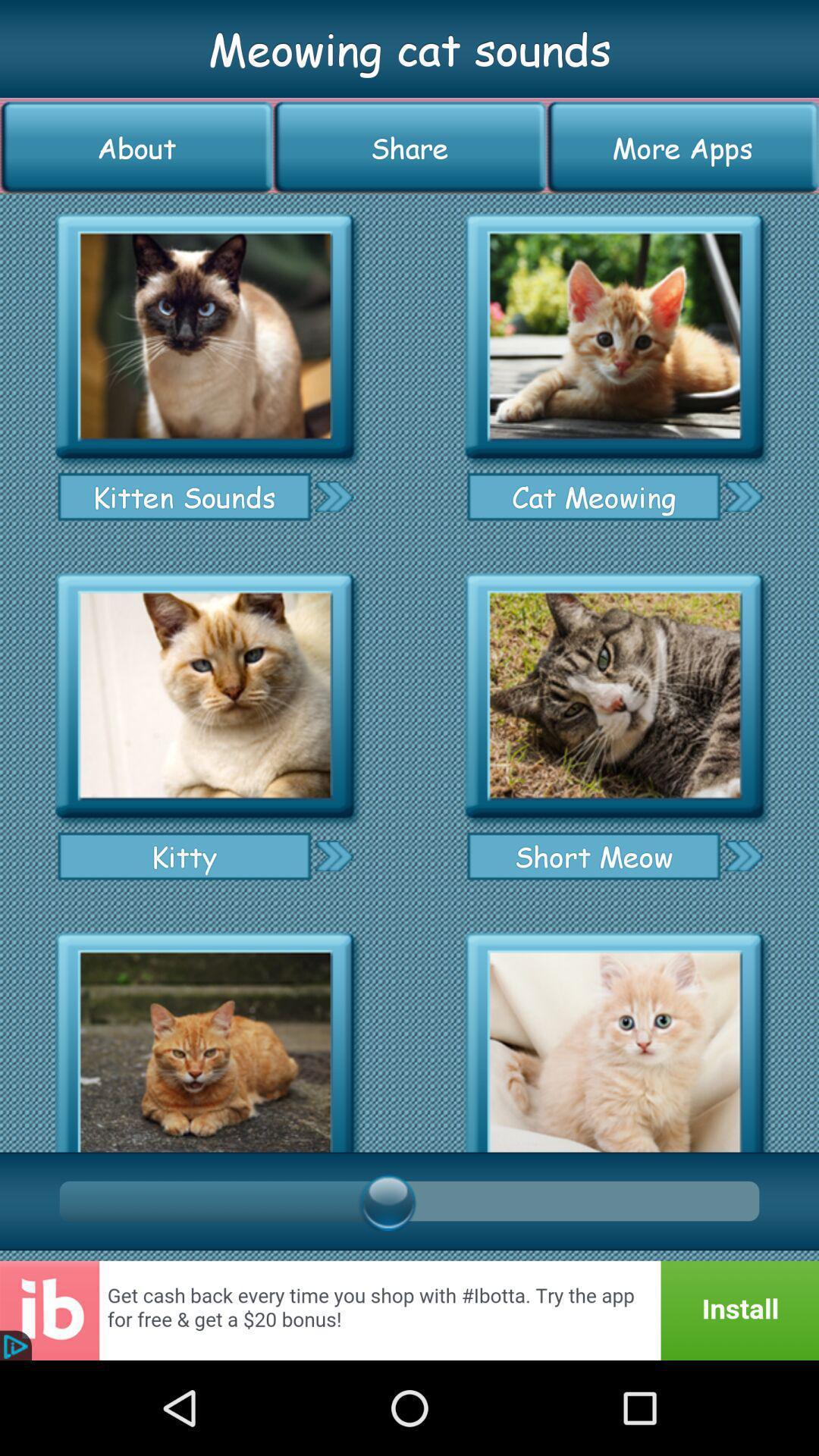 Image resolution: width=819 pixels, height=1456 pixels. Describe the element at coordinates (205, 1037) in the screenshot. I see `click meow image` at that location.